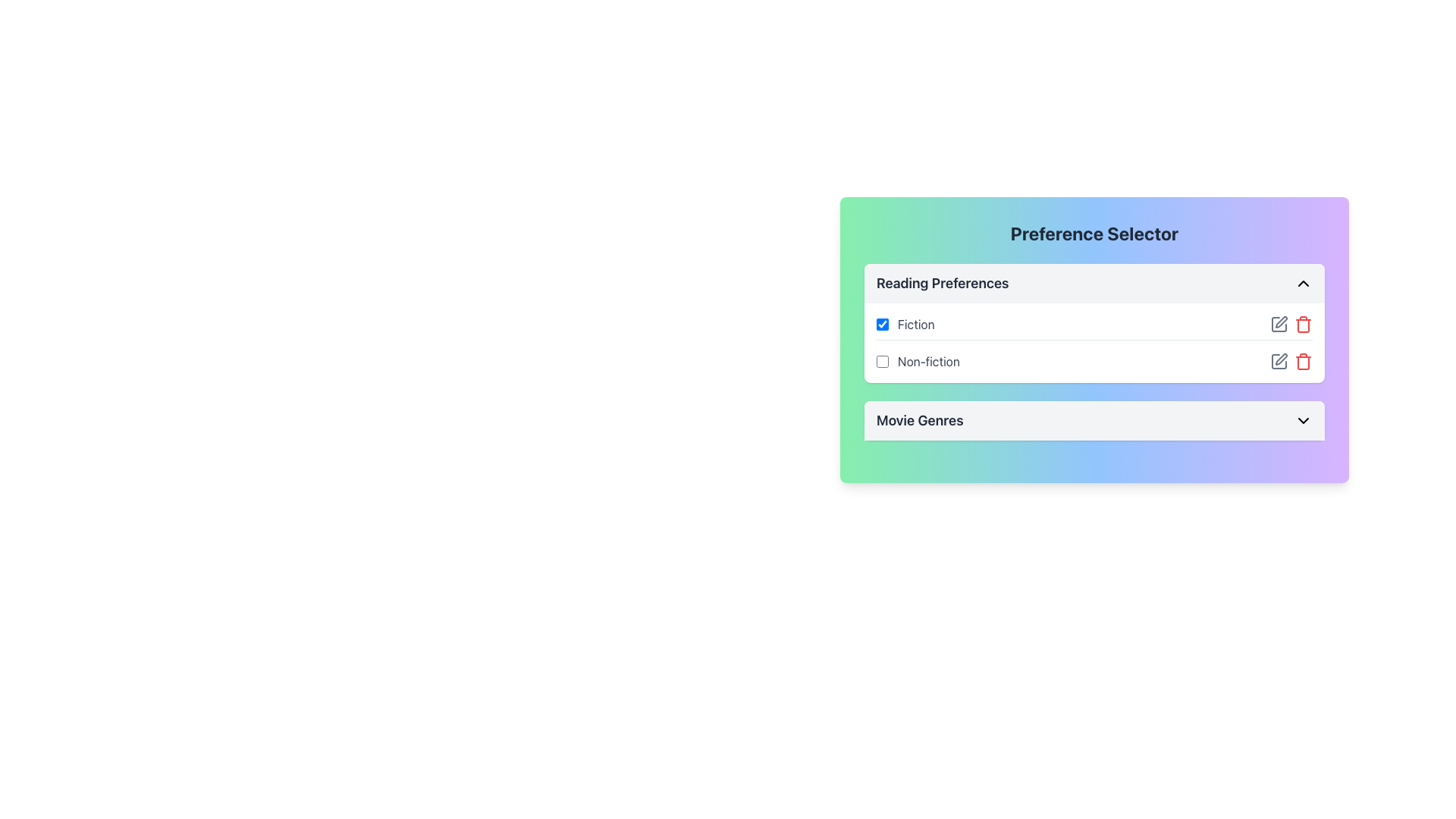  Describe the element at coordinates (905, 324) in the screenshot. I see `the checkbox for 'Fiction' under the 'Reading Preferences' category` at that location.